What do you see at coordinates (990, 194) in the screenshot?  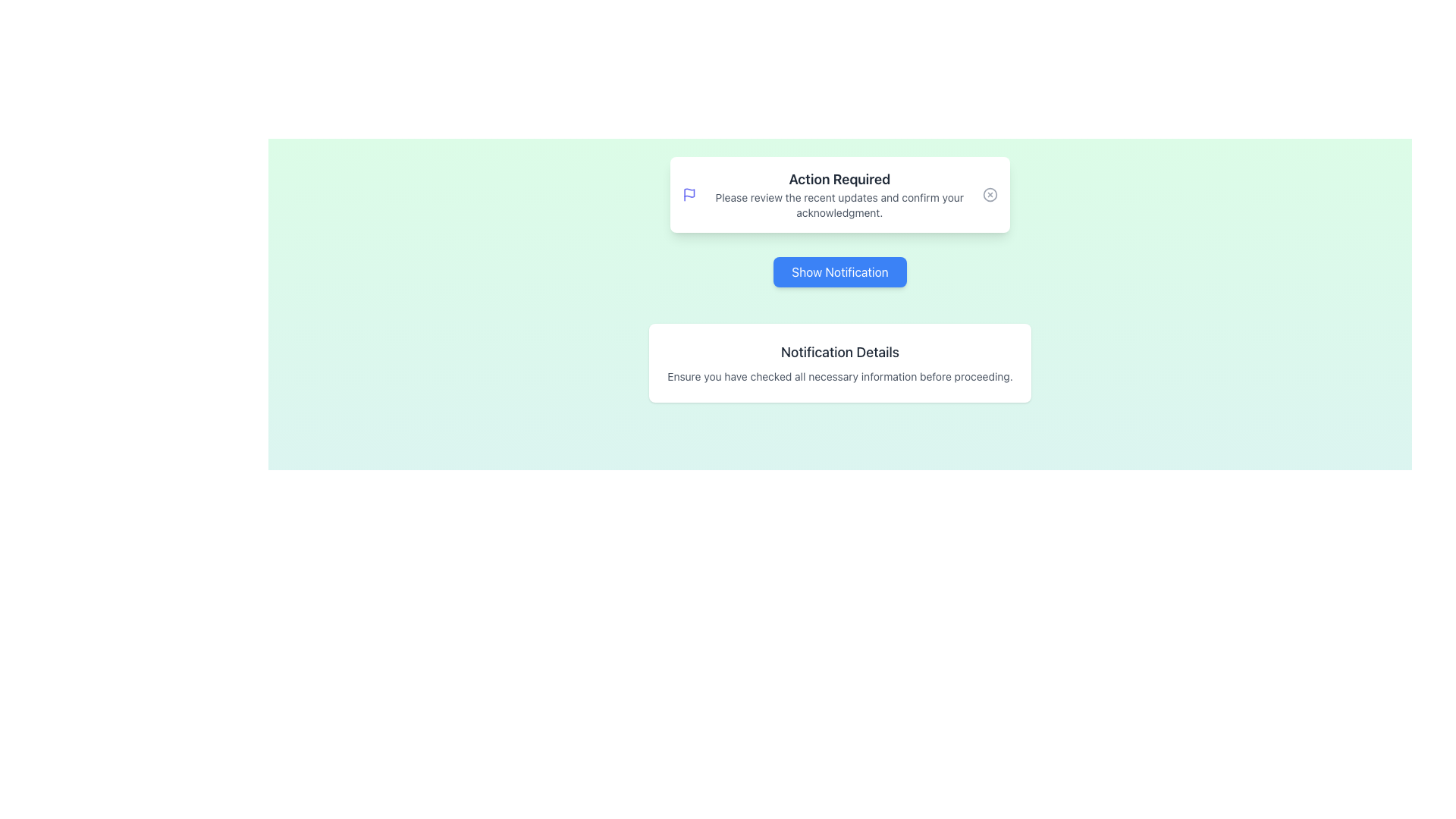 I see `the circular button with a cross inside, located at the top right corner of the 'Action Required' card` at bounding box center [990, 194].